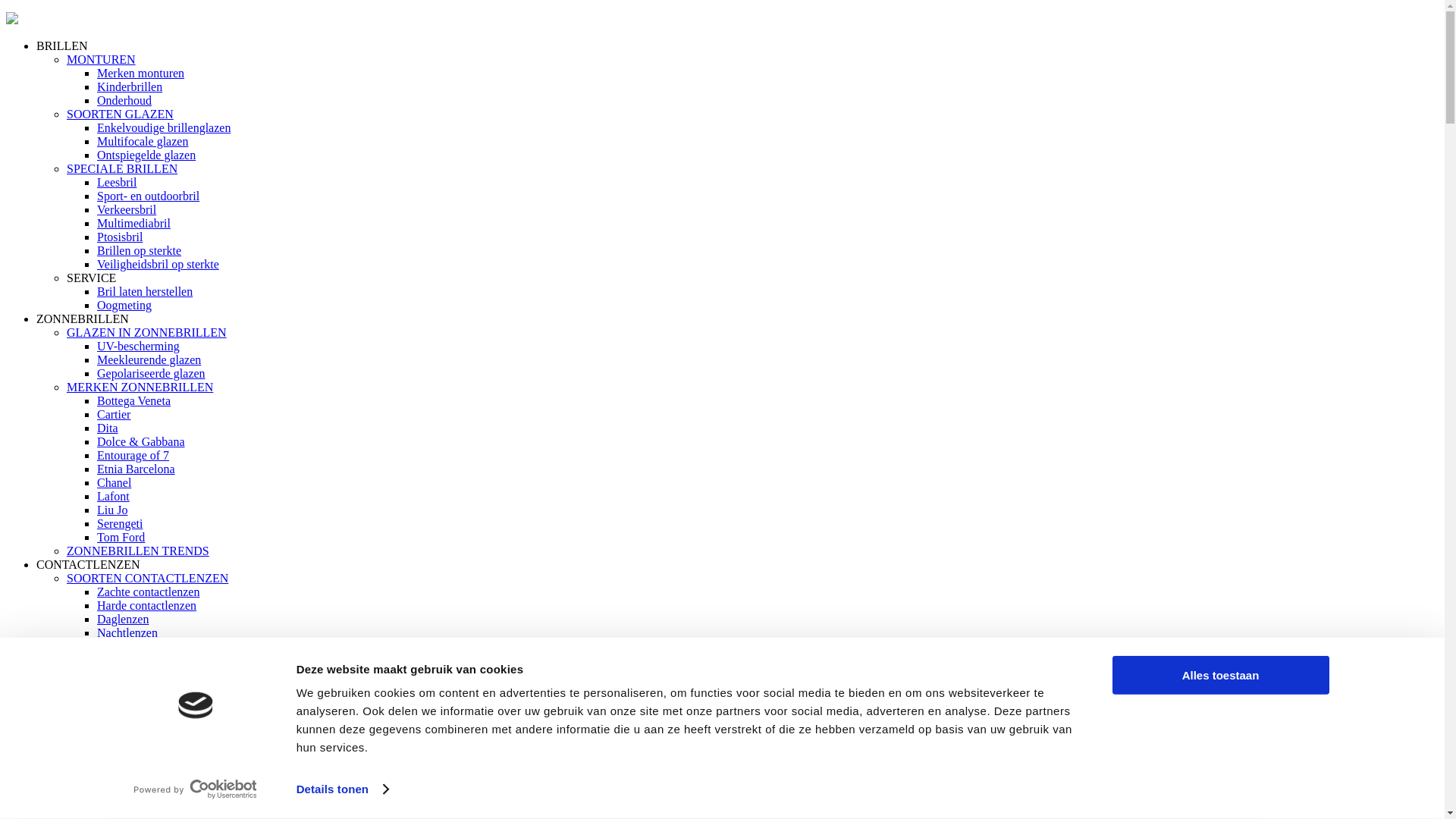  I want to click on 'Onderhoud', so click(124, 100).